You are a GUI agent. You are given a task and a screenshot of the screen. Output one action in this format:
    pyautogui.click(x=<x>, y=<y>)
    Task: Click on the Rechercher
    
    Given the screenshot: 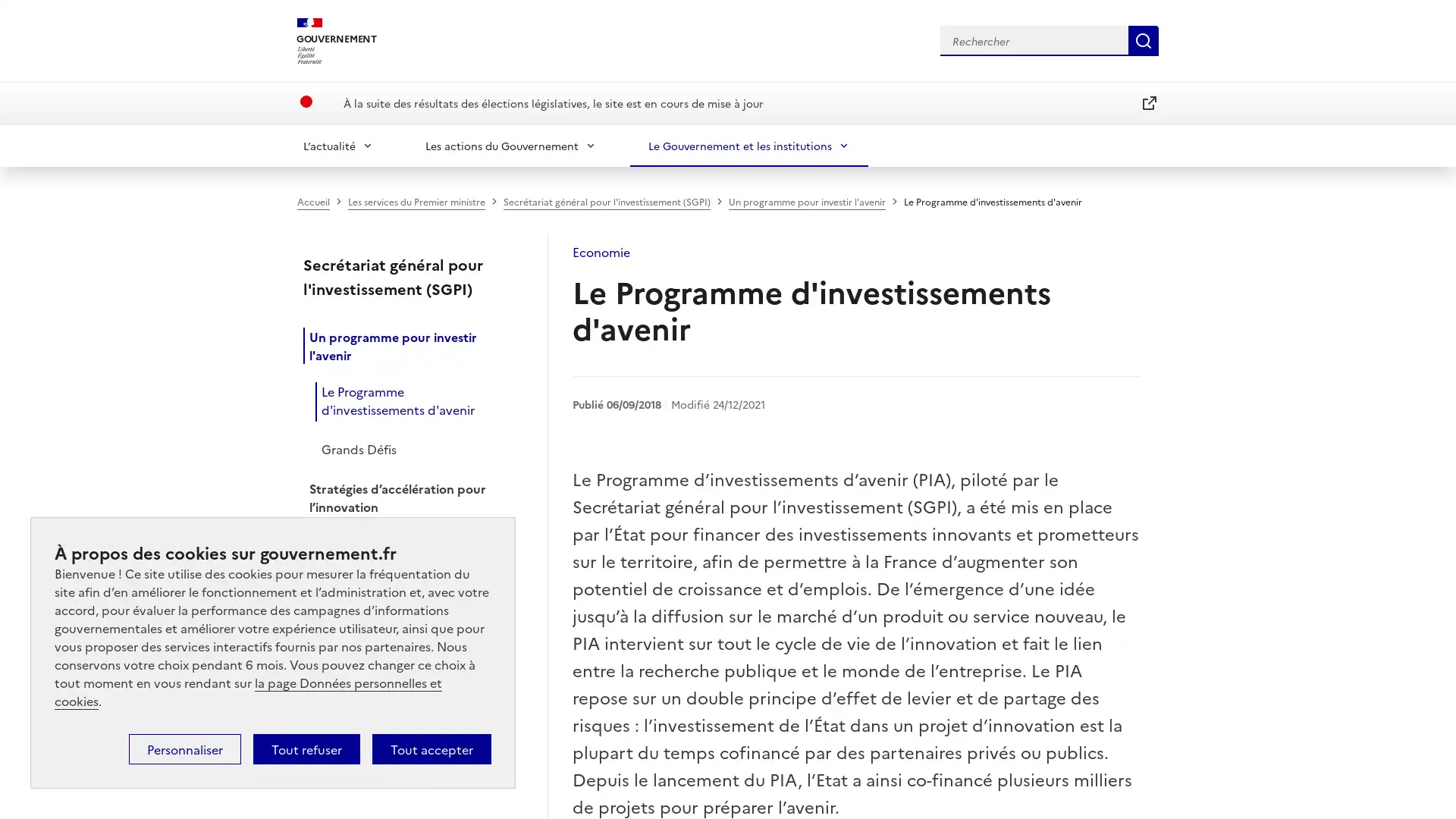 What is the action you would take?
    pyautogui.click(x=1143, y=39)
    